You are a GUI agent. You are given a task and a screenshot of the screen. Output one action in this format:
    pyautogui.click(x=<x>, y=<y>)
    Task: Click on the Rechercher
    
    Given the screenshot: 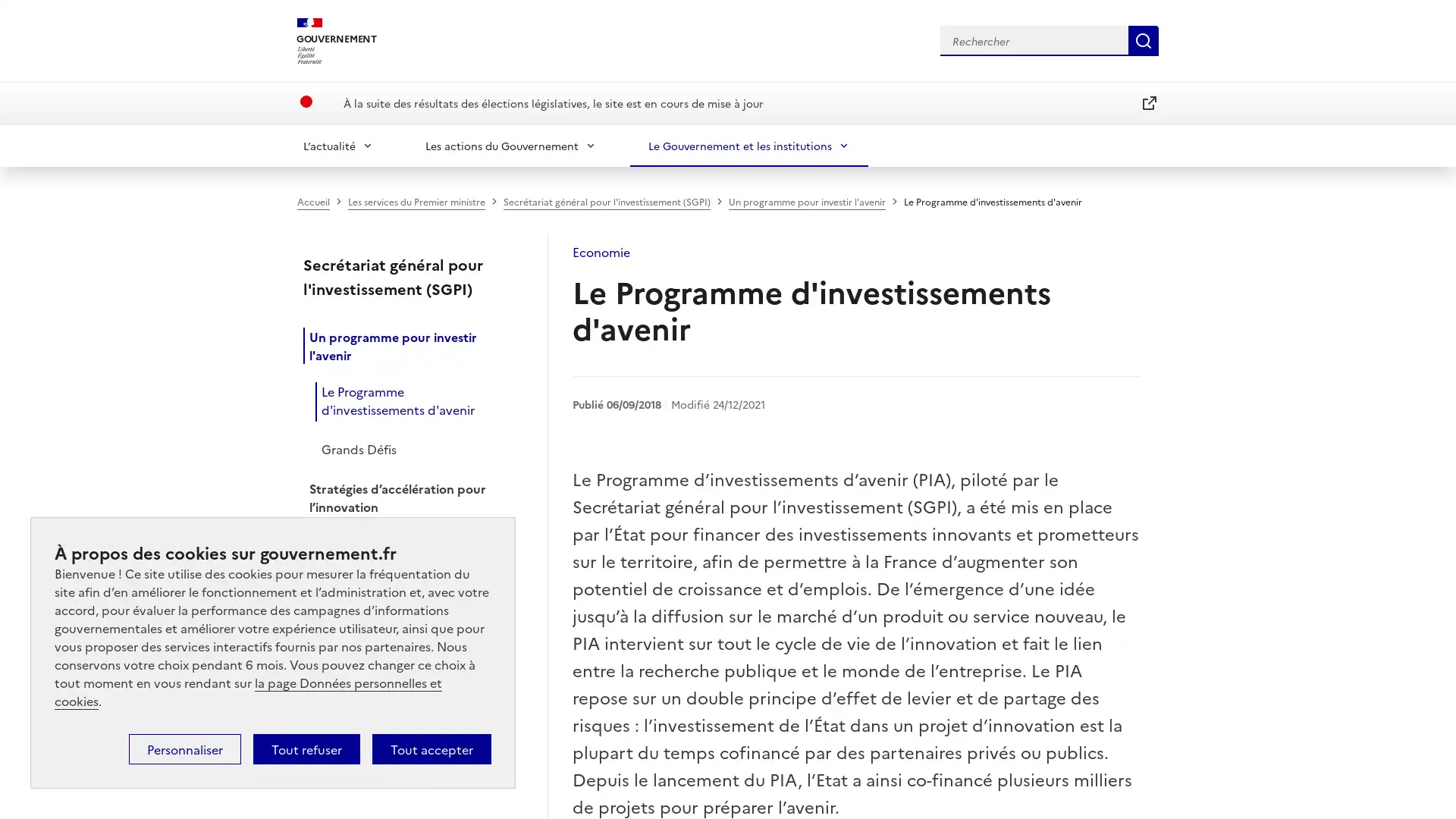 What is the action you would take?
    pyautogui.click(x=1143, y=39)
    